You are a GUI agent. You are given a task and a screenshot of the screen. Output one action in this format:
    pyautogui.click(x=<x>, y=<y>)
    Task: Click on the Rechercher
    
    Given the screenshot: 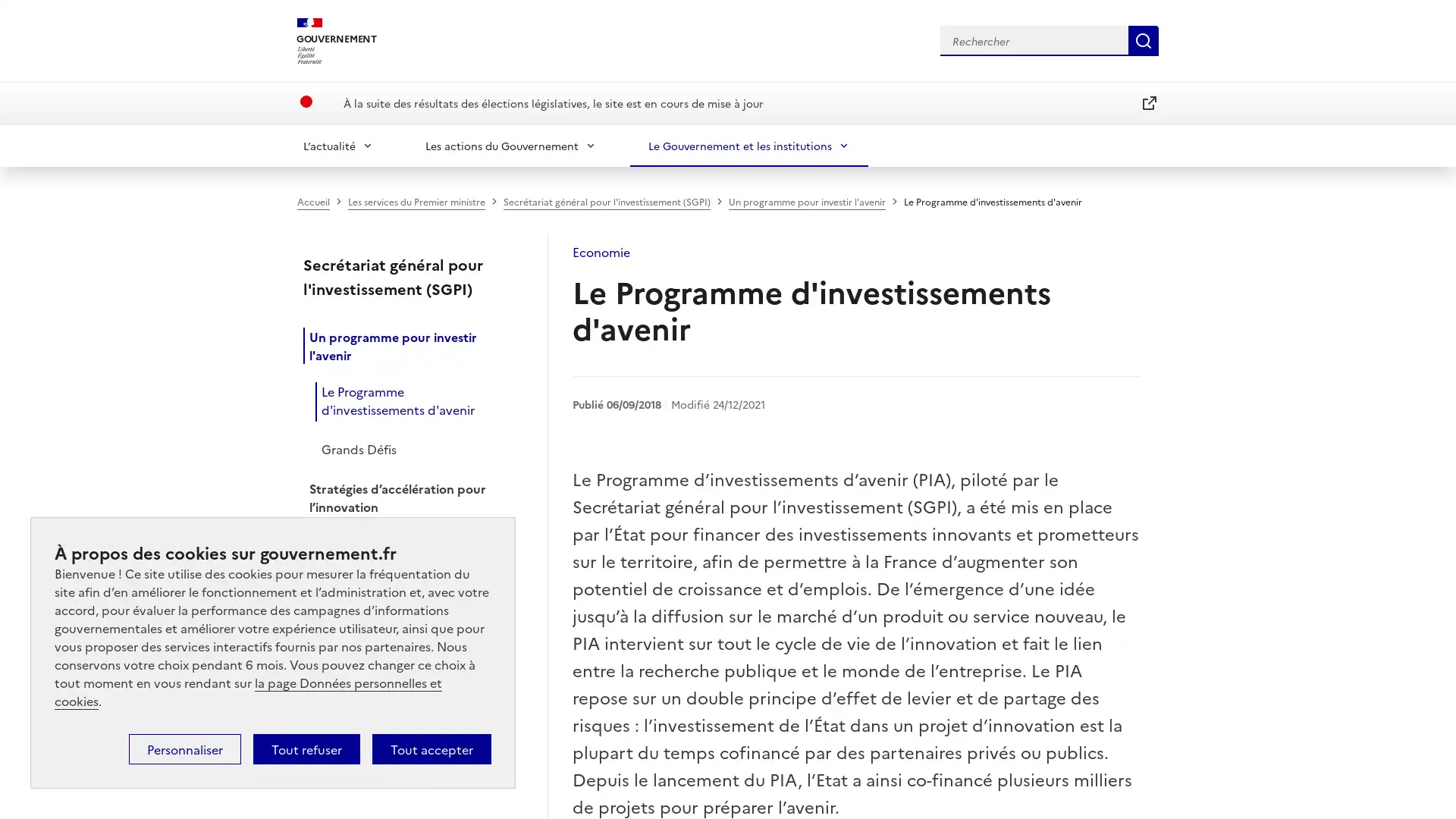 What is the action you would take?
    pyautogui.click(x=1143, y=39)
    